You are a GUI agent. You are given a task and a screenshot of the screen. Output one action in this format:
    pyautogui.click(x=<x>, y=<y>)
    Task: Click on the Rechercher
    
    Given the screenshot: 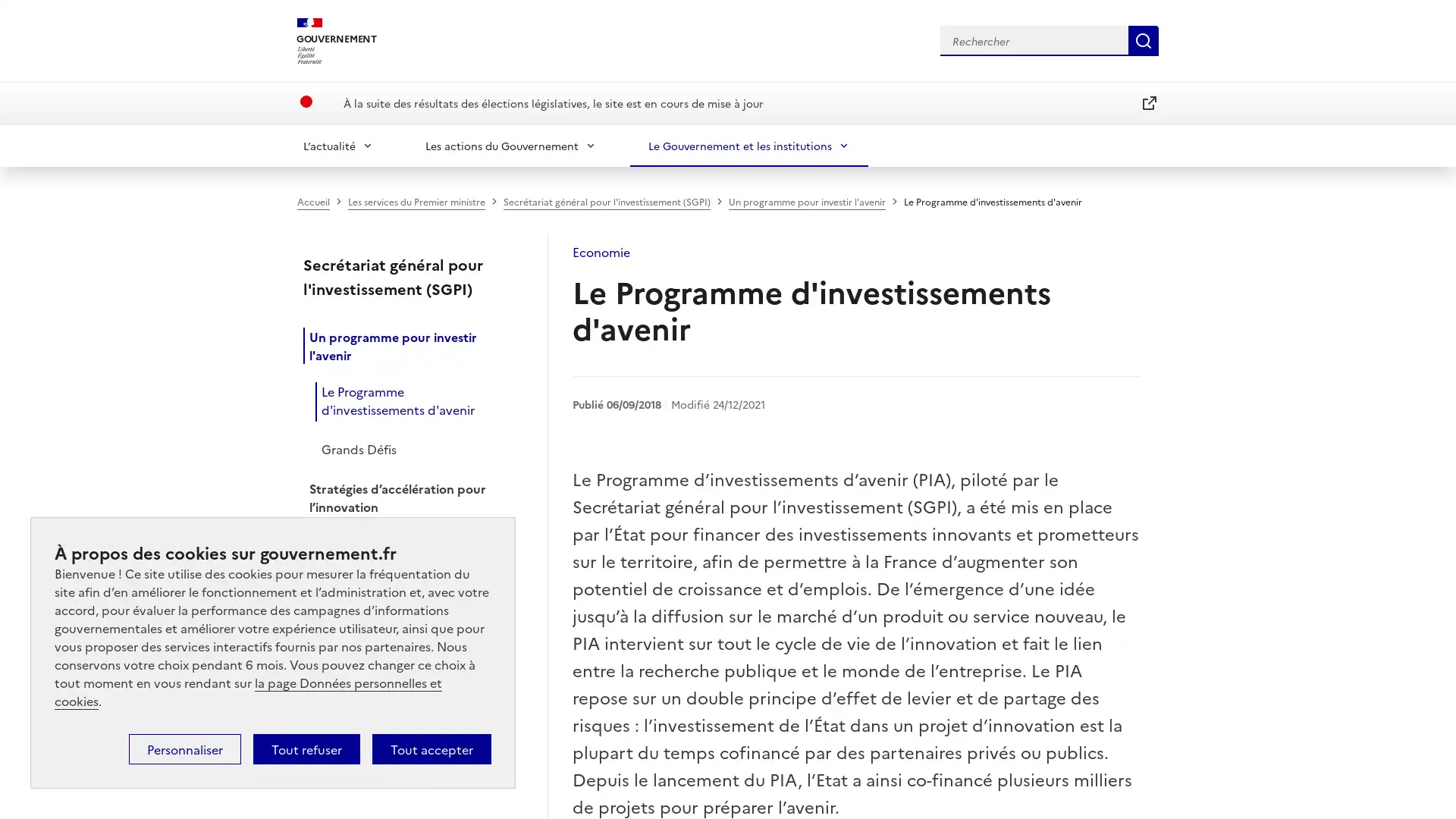 What is the action you would take?
    pyautogui.click(x=1143, y=39)
    